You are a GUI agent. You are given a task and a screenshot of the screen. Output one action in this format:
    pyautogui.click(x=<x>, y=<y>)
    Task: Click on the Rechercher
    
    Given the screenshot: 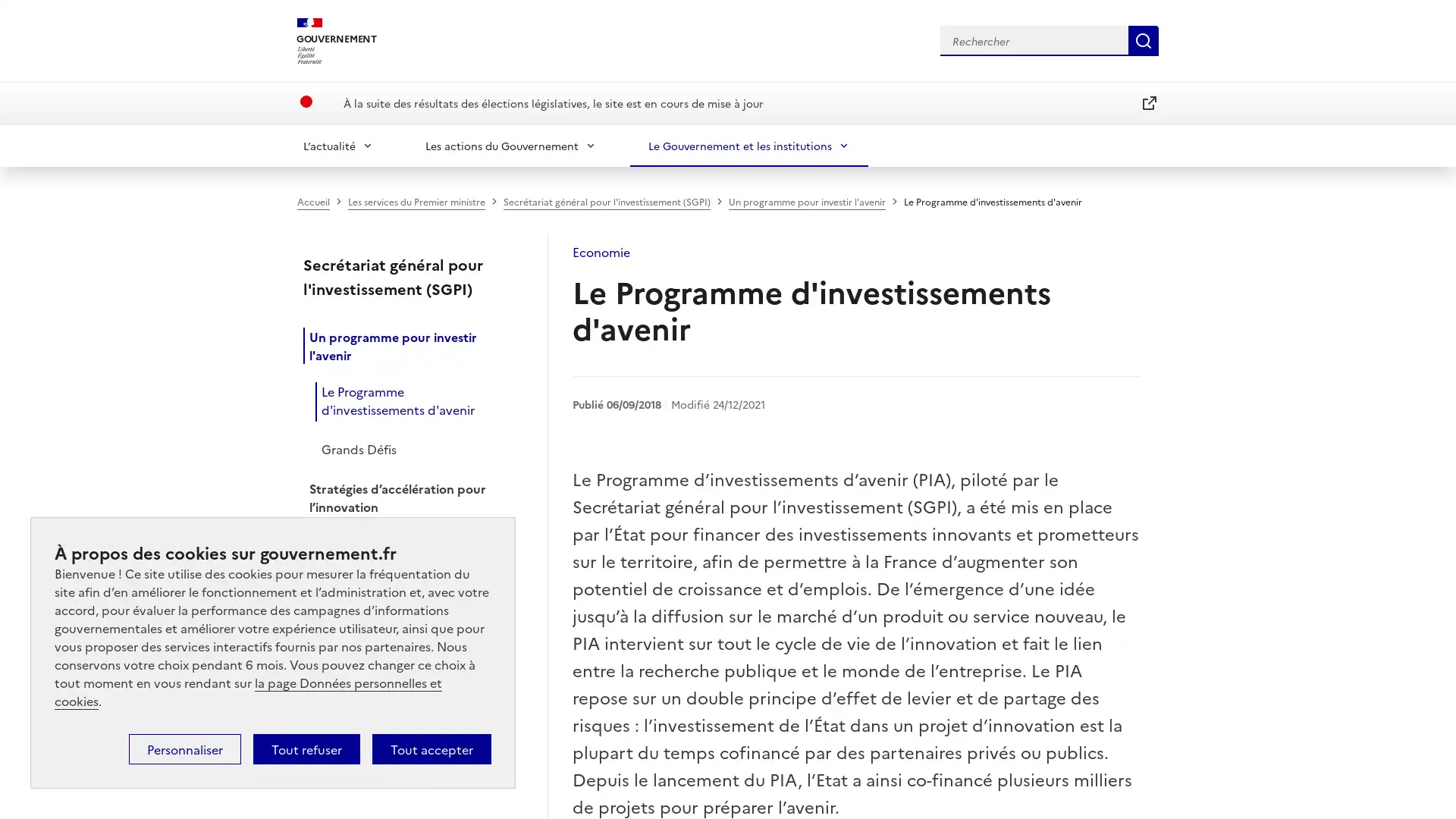 What is the action you would take?
    pyautogui.click(x=1143, y=39)
    